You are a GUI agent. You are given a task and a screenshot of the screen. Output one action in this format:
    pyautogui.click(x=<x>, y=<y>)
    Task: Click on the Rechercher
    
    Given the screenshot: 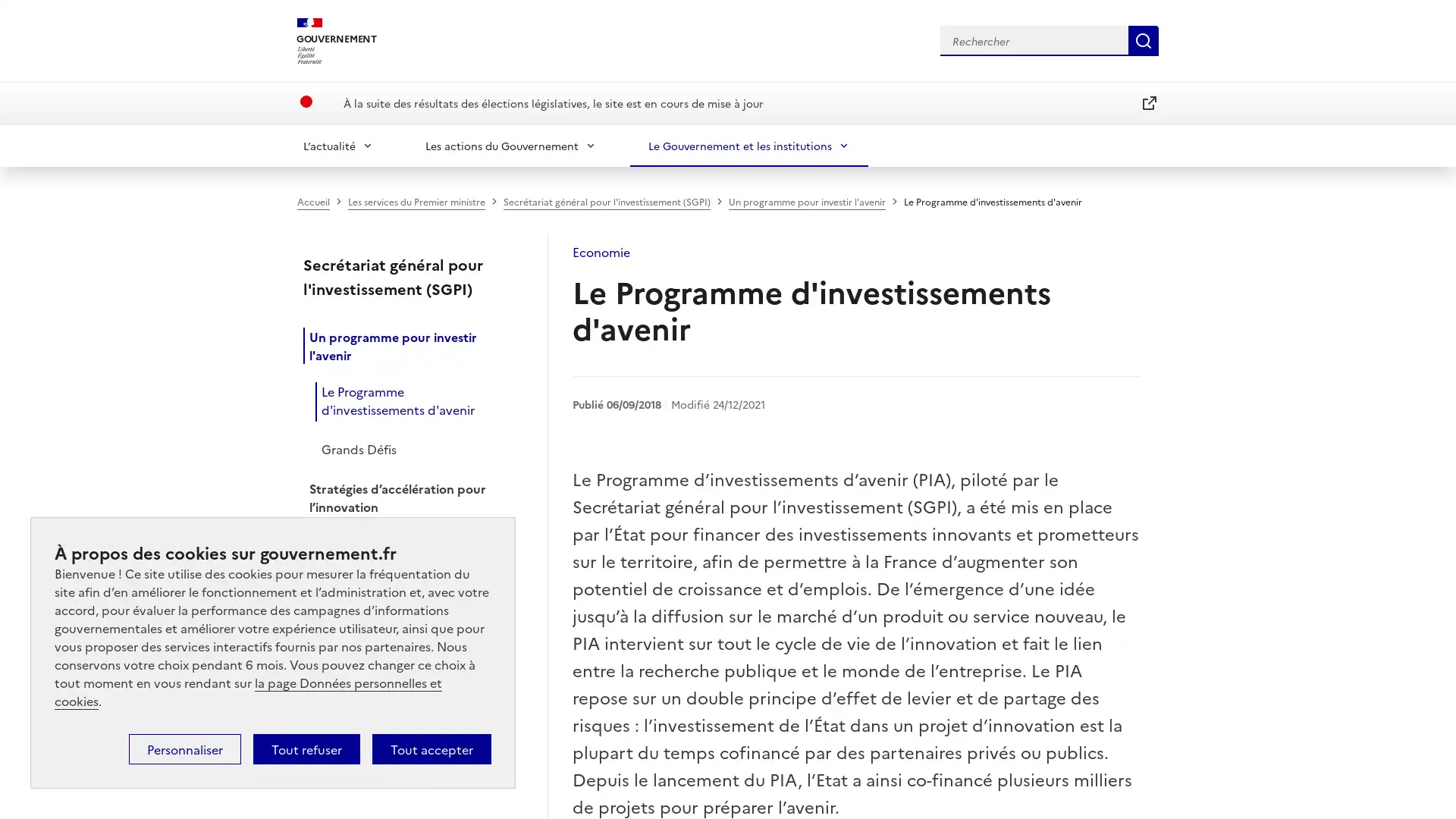 What is the action you would take?
    pyautogui.click(x=1143, y=39)
    